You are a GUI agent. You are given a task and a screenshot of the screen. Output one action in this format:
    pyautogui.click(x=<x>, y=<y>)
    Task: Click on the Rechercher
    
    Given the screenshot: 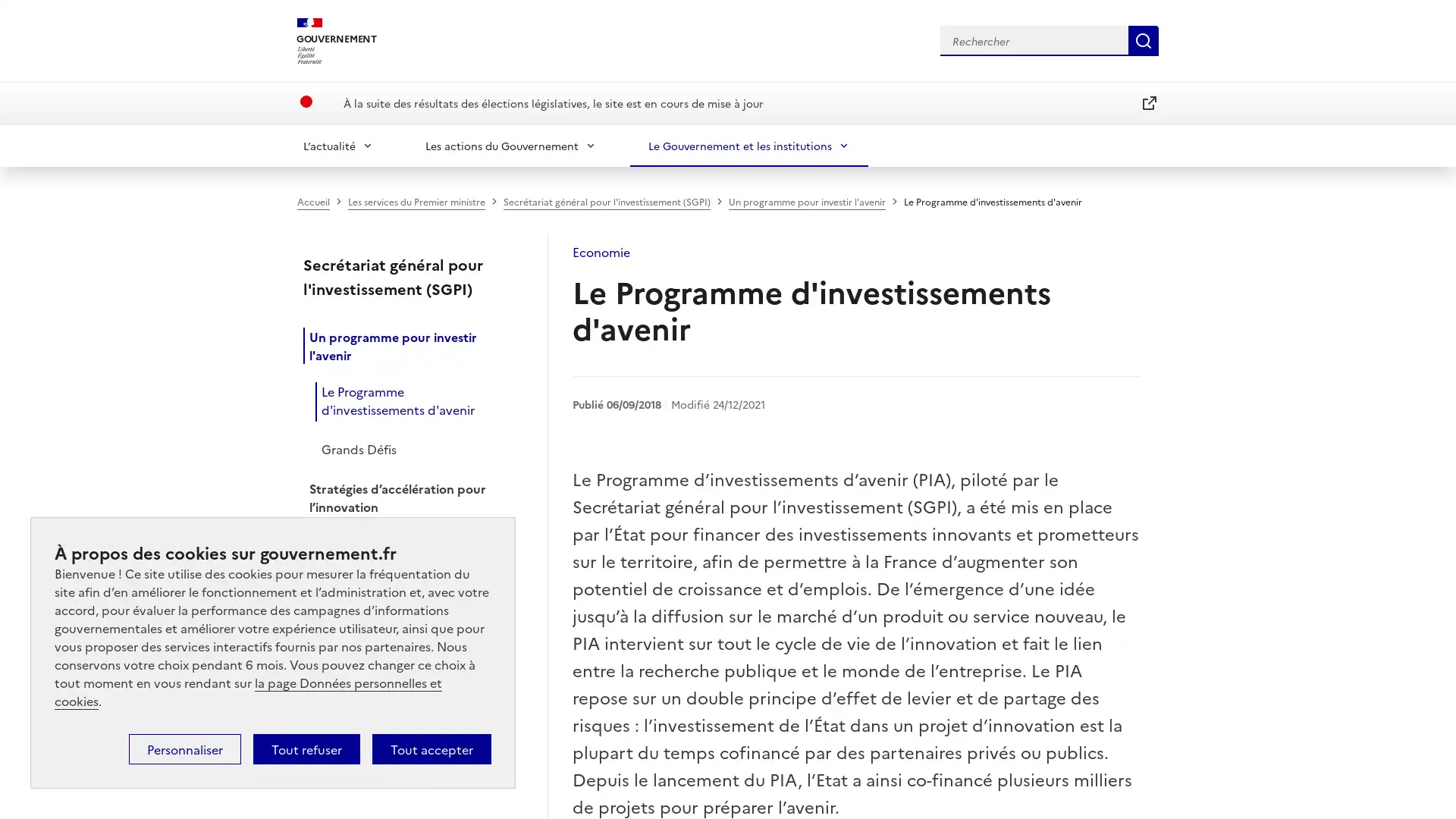 What is the action you would take?
    pyautogui.click(x=1143, y=39)
    